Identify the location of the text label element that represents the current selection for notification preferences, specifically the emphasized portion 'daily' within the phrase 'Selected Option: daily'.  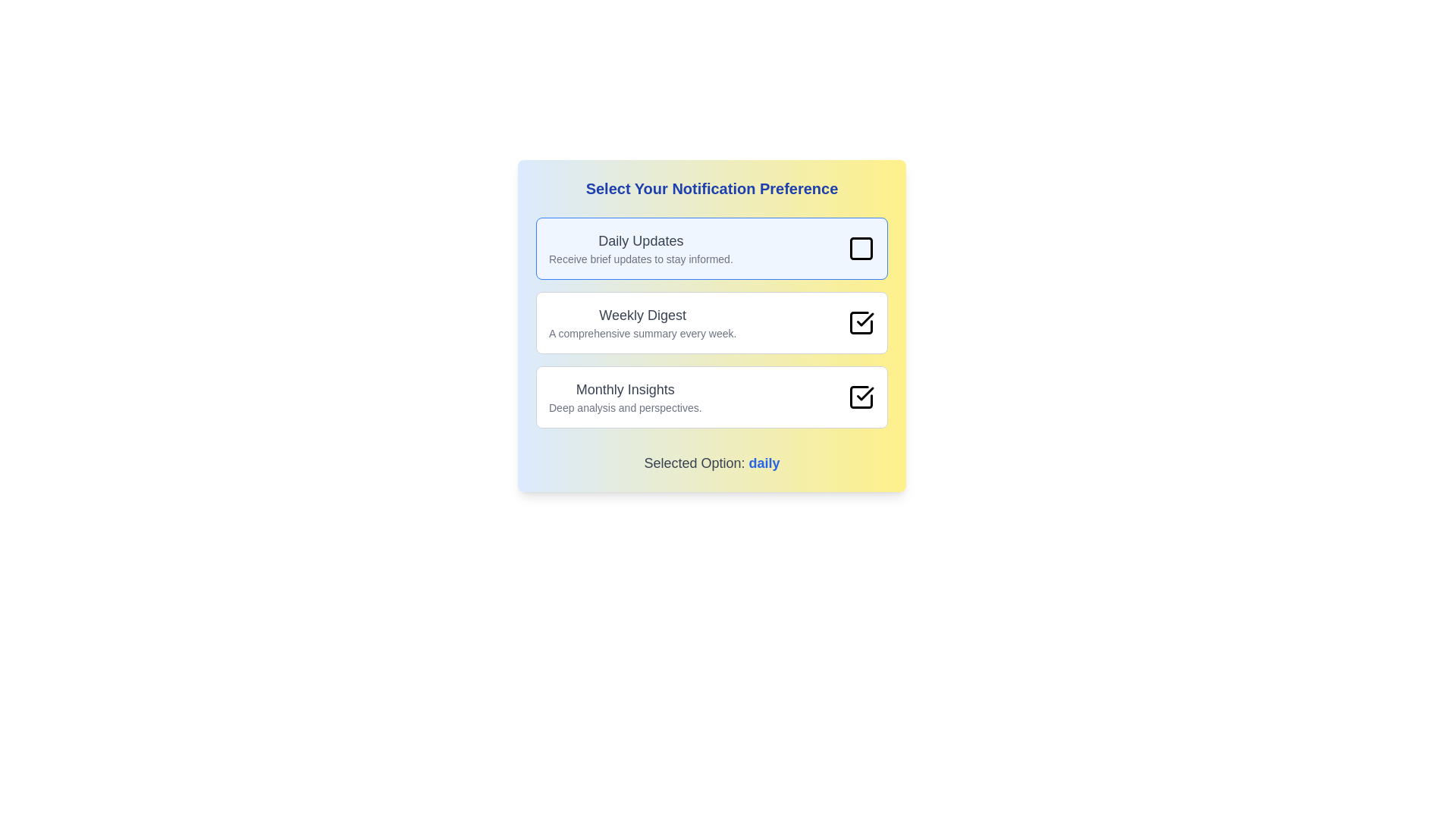
(764, 462).